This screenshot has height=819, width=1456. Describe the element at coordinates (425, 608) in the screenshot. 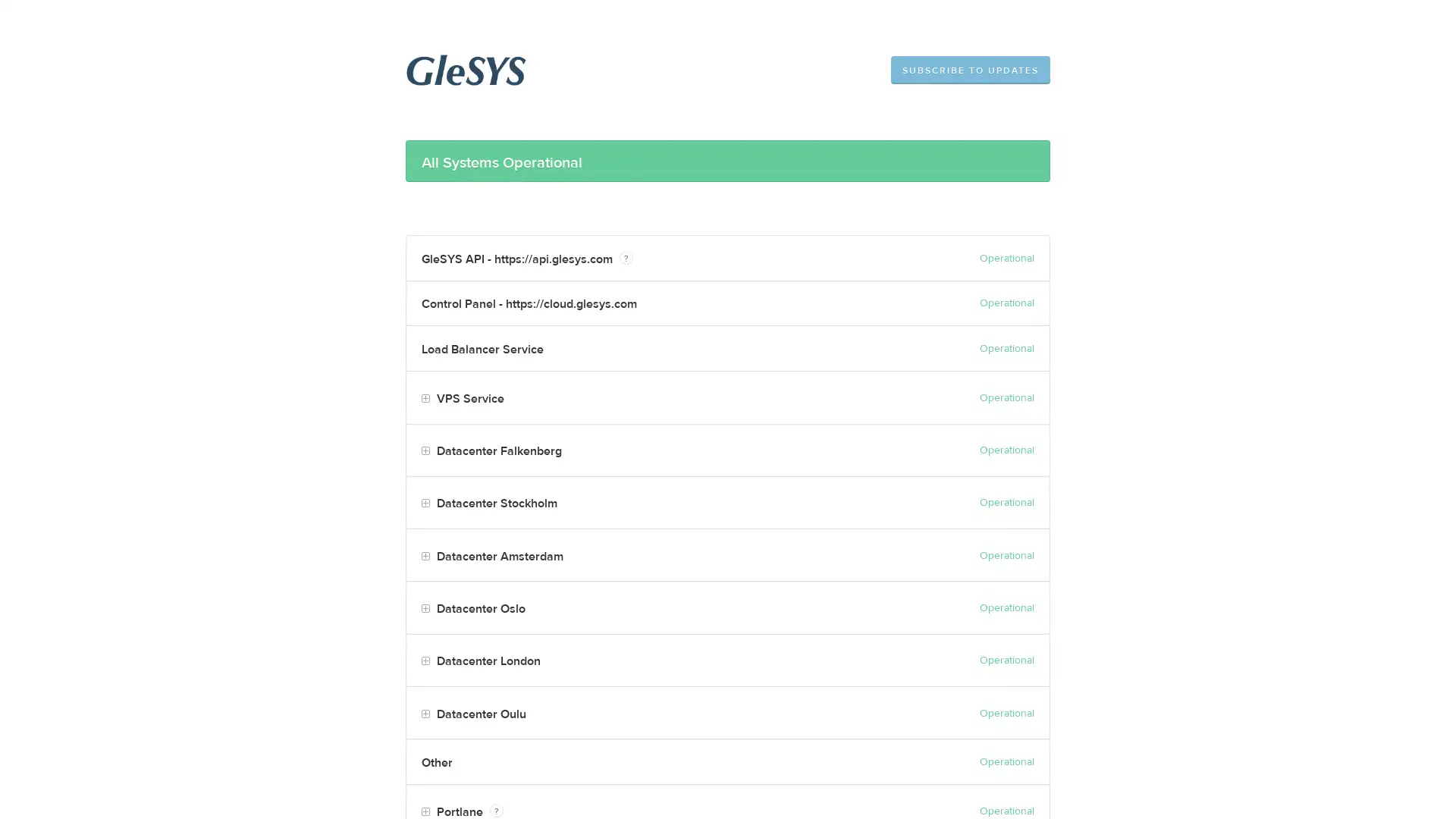

I see `Toggle Datacenter Oslo` at that location.